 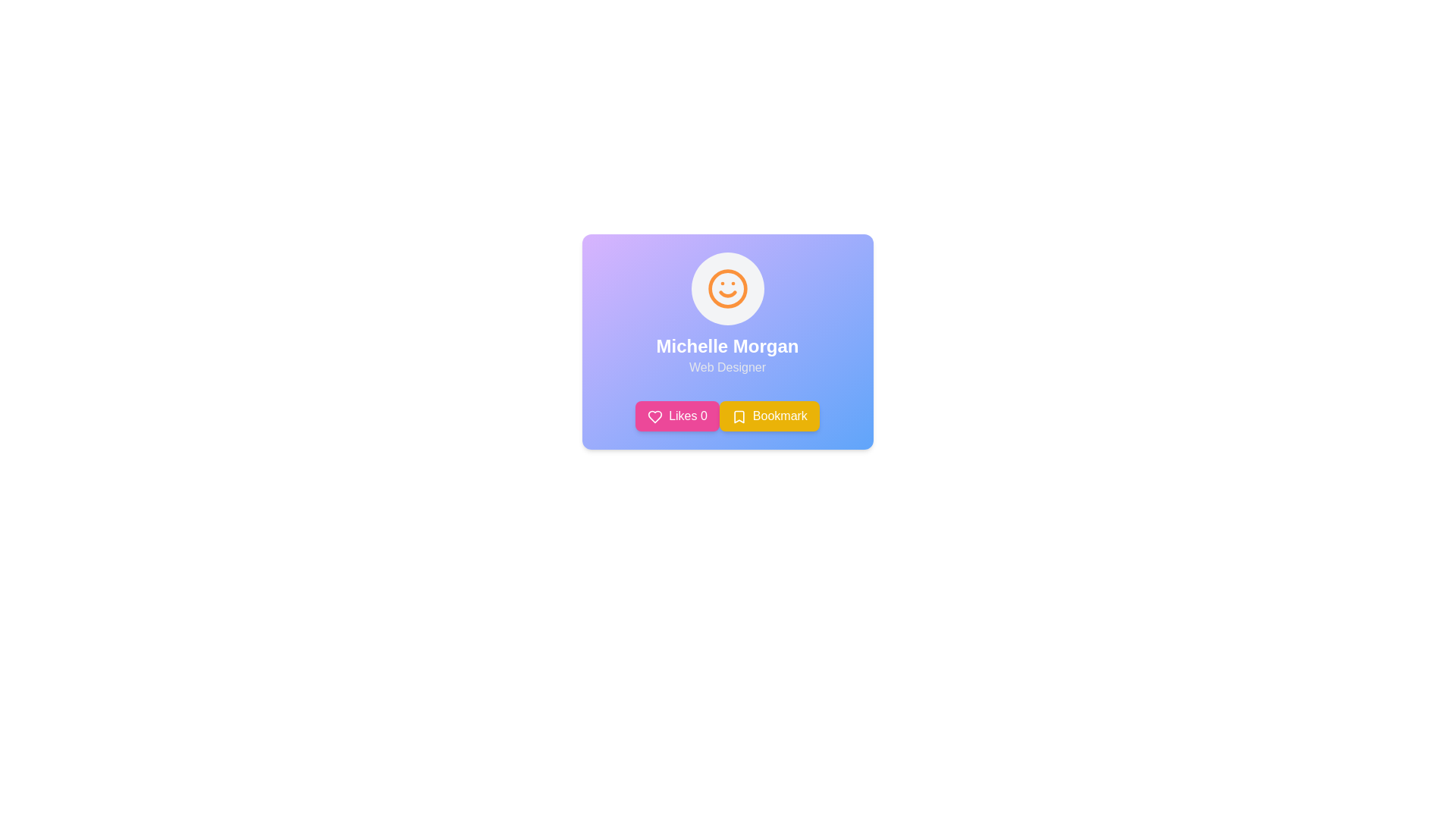 What do you see at coordinates (726, 289) in the screenshot?
I see `the circular boundary of the smiley face icon located at the top-center of the profile card, which serves as the outer circle of the smiley face` at bounding box center [726, 289].